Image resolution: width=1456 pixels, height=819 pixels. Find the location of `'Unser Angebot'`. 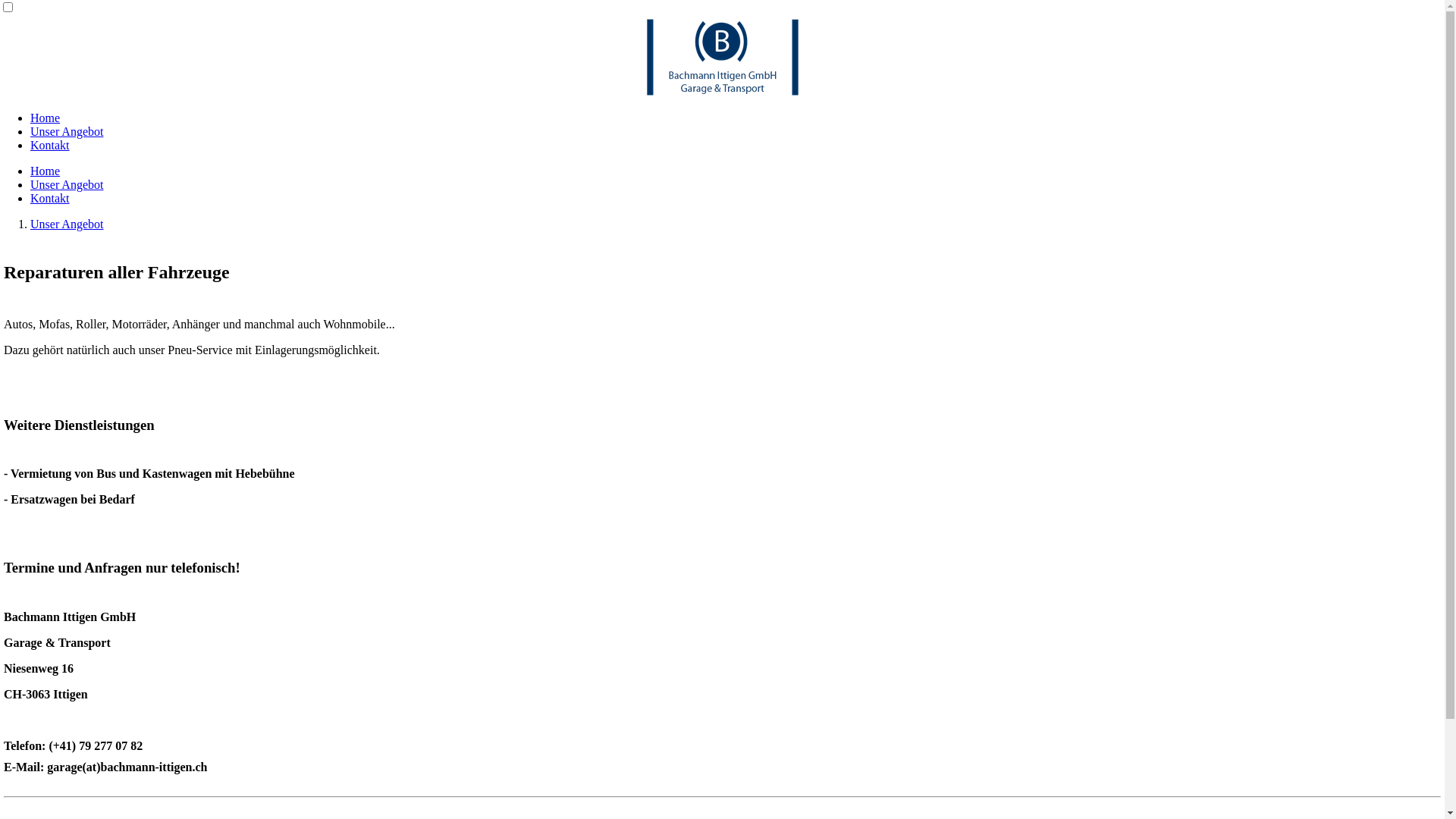

'Unser Angebot' is located at coordinates (30, 224).